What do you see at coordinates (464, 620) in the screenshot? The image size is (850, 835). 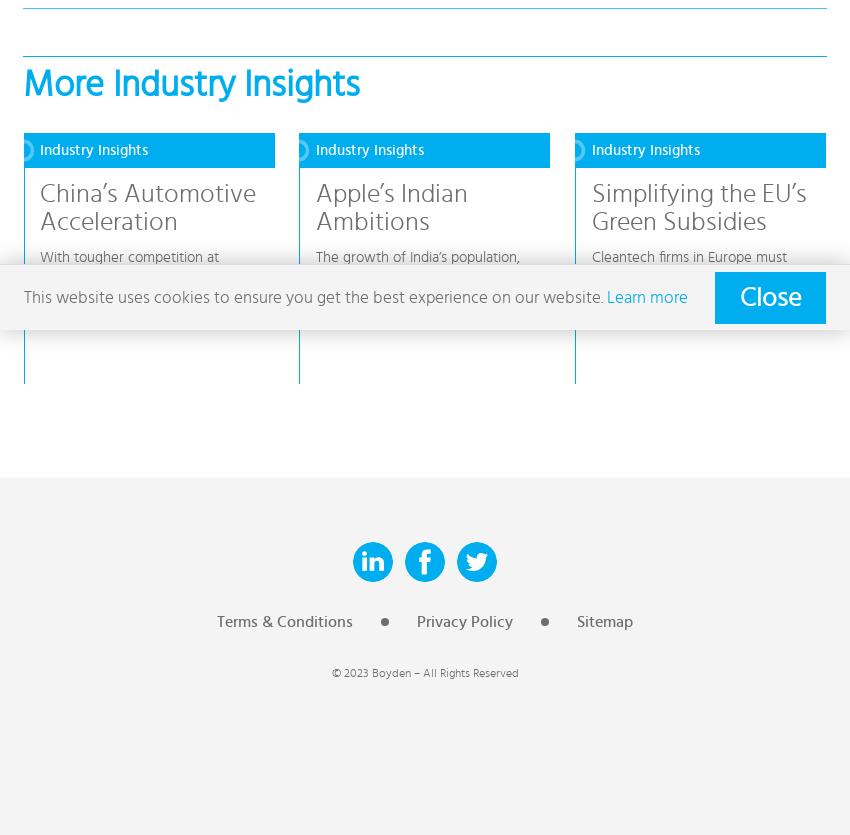 I see `'Privacy Policy'` at bounding box center [464, 620].